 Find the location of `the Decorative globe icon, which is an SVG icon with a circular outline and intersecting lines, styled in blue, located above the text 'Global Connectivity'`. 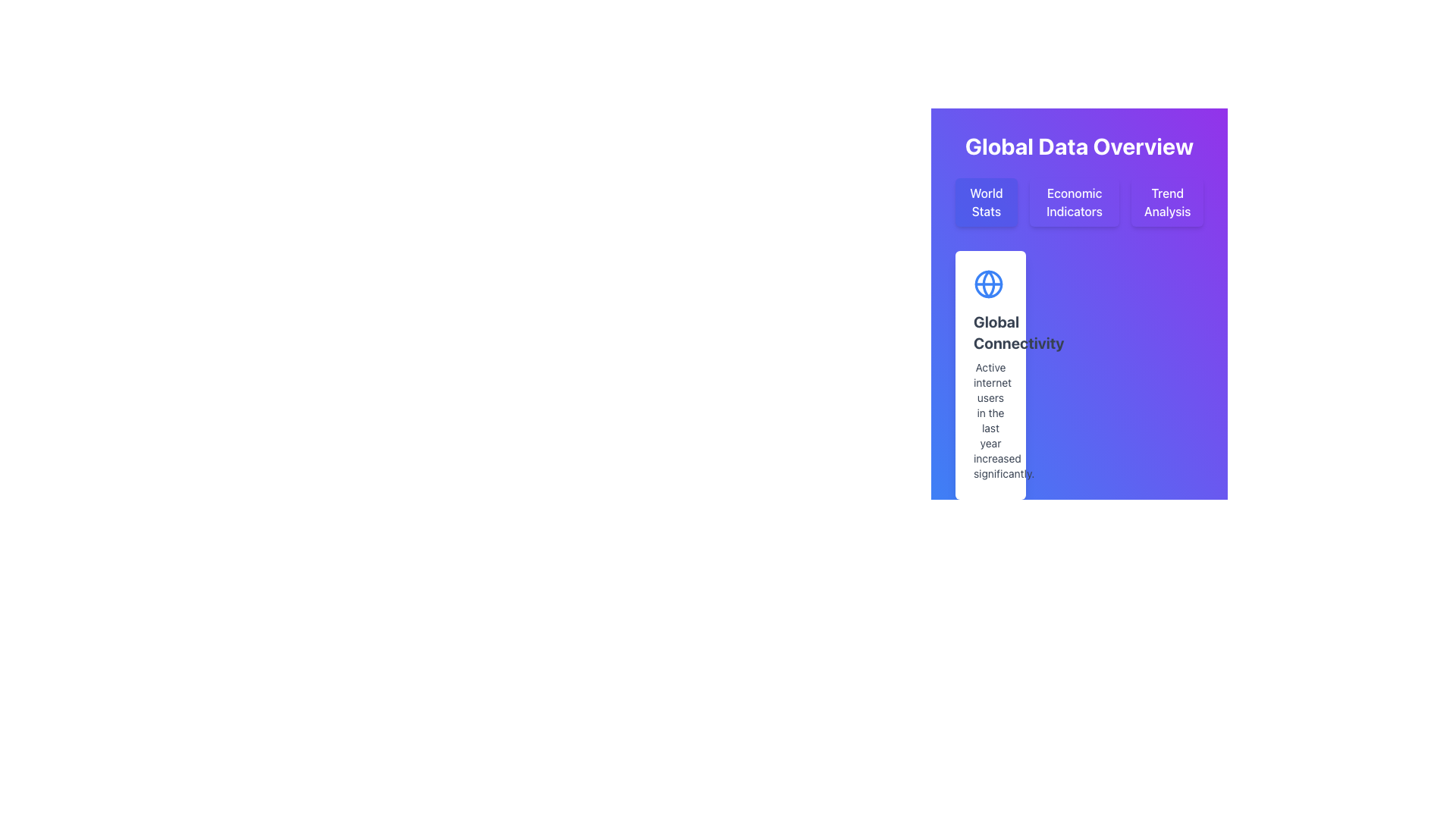

the Decorative globe icon, which is an SVG icon with a circular outline and intersecting lines, styled in blue, located above the text 'Global Connectivity' is located at coordinates (989, 284).